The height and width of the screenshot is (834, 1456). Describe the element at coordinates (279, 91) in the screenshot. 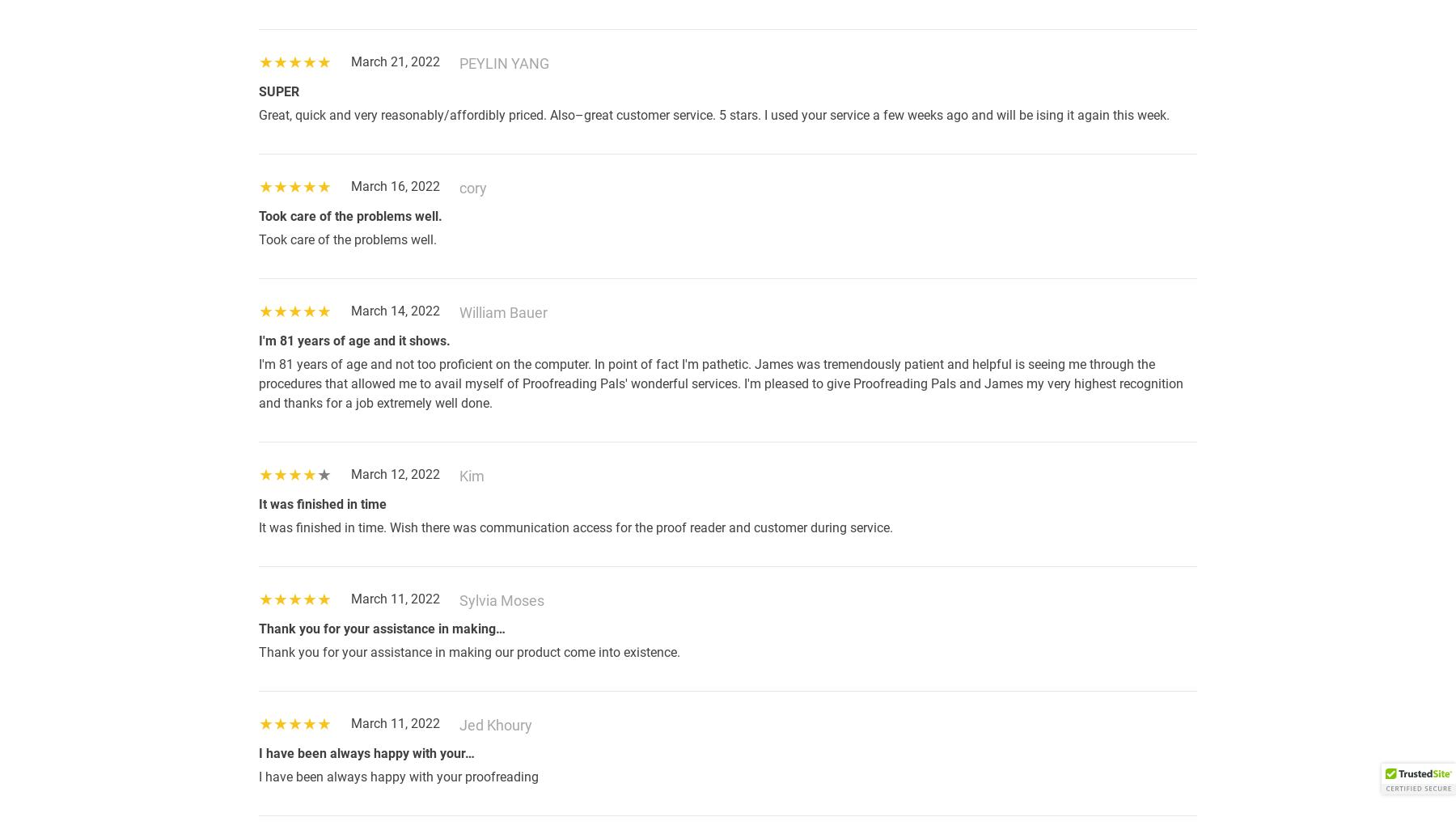

I see `'SUPER'` at that location.